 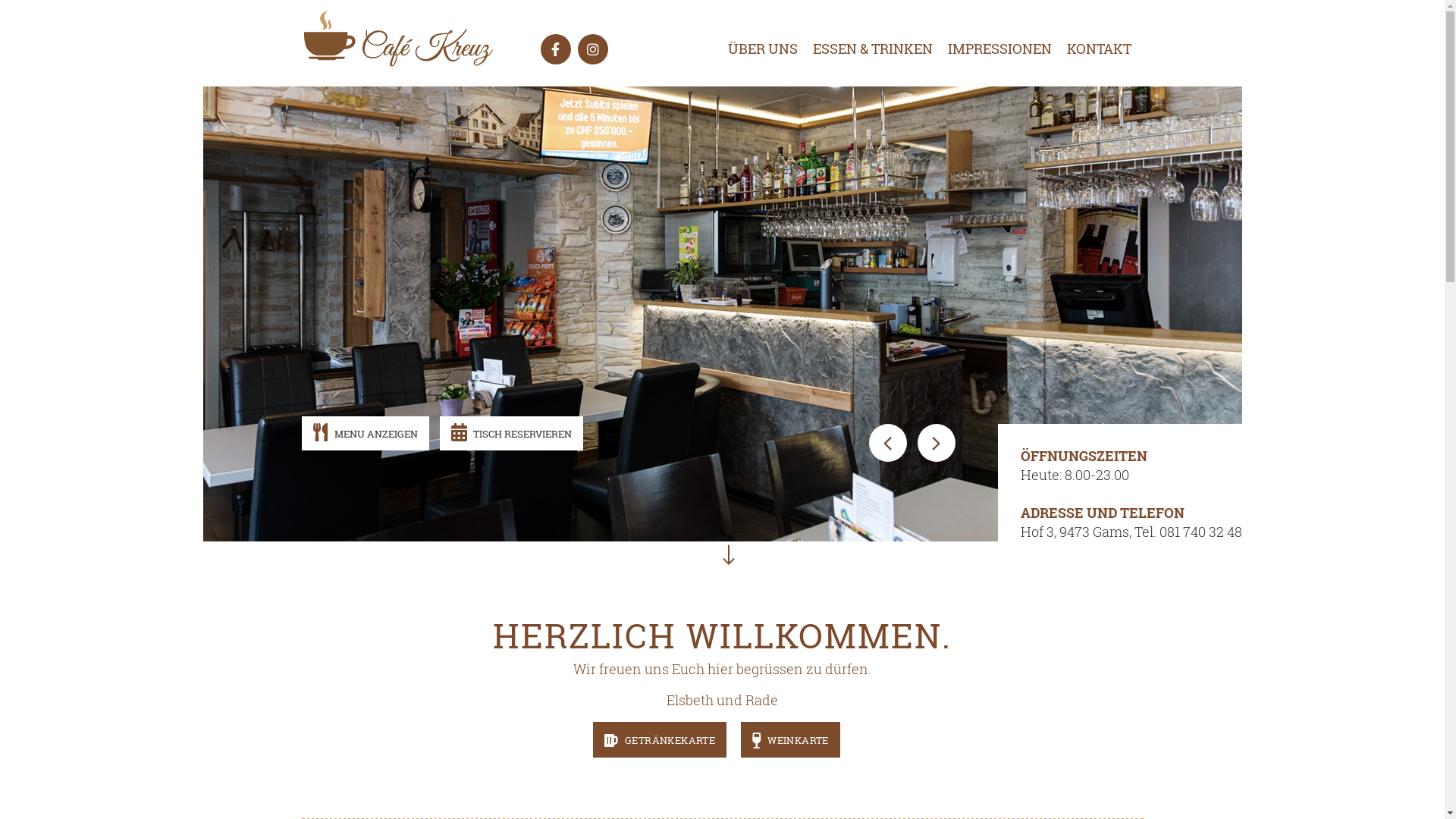 I want to click on 'TISCH RESERVIEREN', so click(x=511, y=433).